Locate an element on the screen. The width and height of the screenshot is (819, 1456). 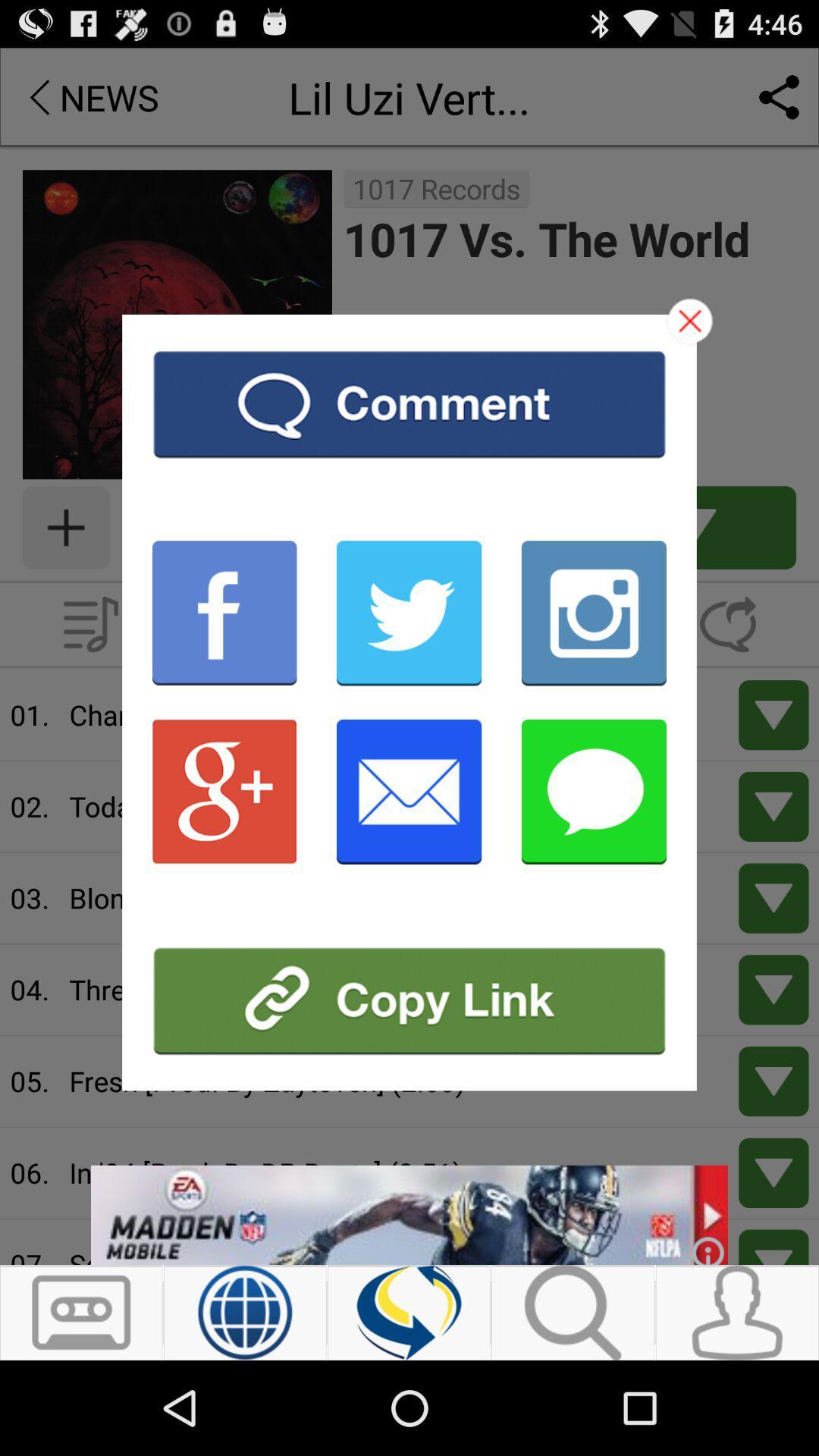
message is located at coordinates (593, 790).